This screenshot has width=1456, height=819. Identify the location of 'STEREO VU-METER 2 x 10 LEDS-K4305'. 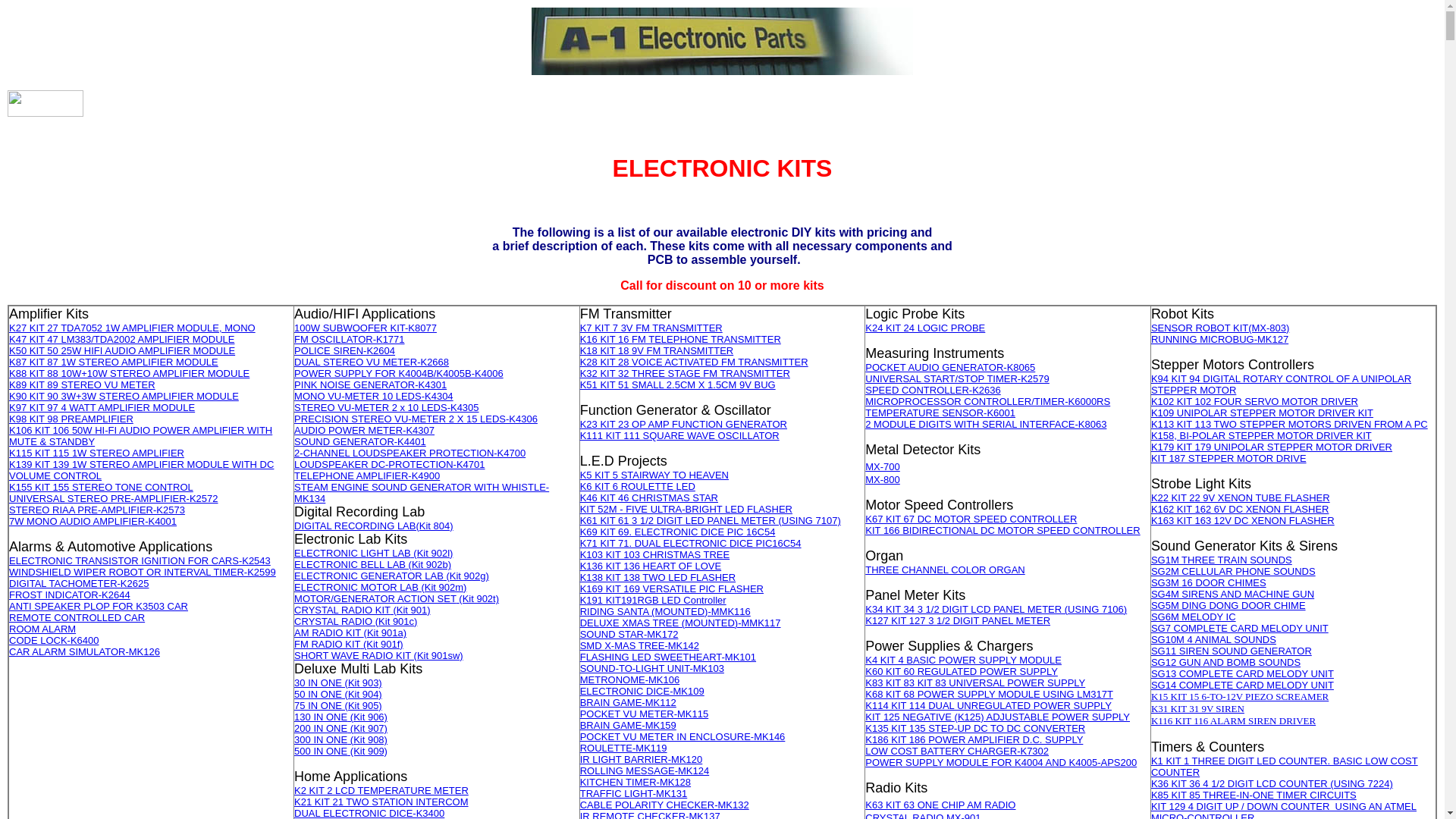
(386, 406).